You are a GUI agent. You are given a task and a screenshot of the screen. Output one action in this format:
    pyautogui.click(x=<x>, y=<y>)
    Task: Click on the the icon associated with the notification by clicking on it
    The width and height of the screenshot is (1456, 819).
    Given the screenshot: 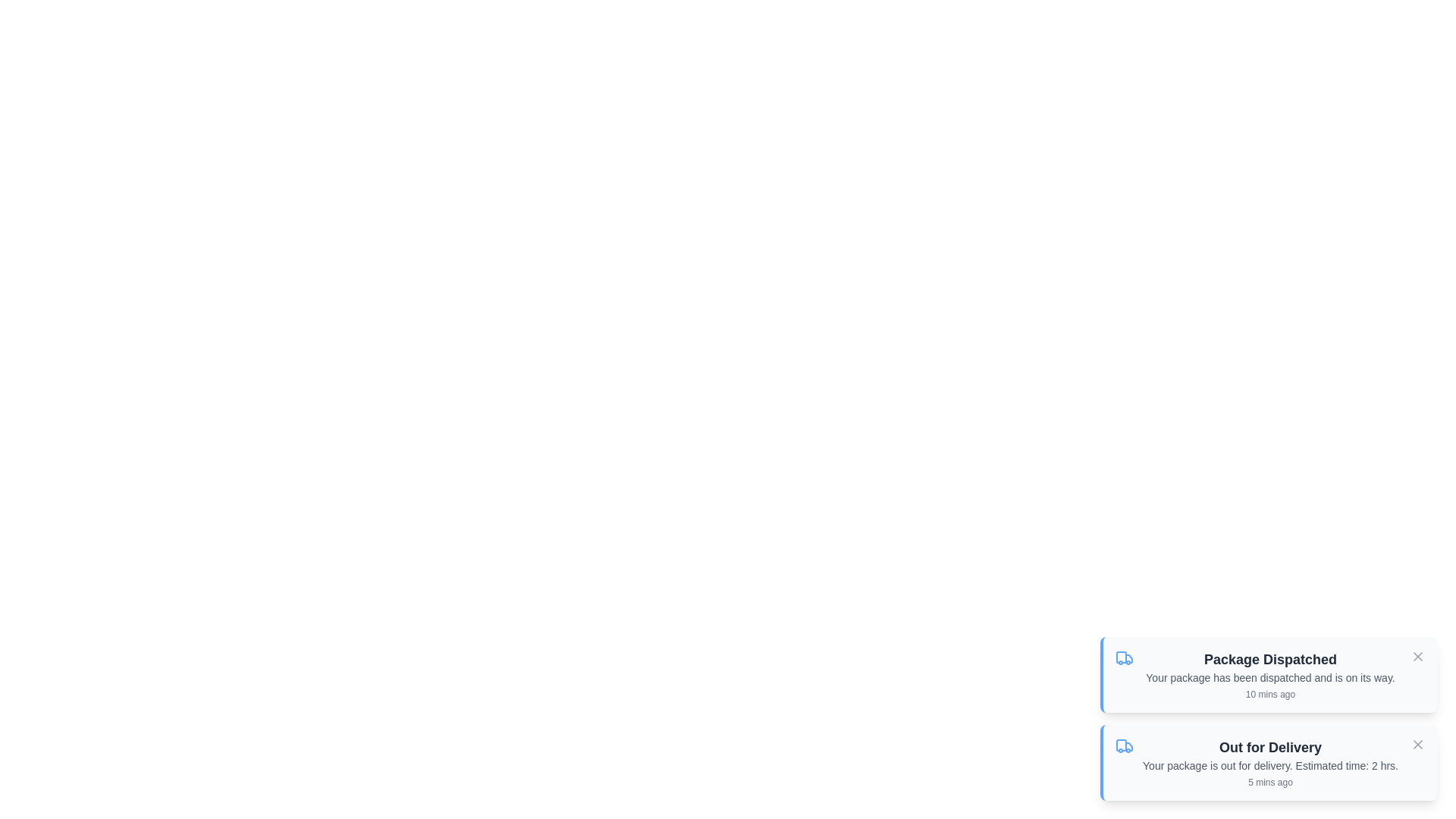 What is the action you would take?
    pyautogui.click(x=1125, y=657)
    